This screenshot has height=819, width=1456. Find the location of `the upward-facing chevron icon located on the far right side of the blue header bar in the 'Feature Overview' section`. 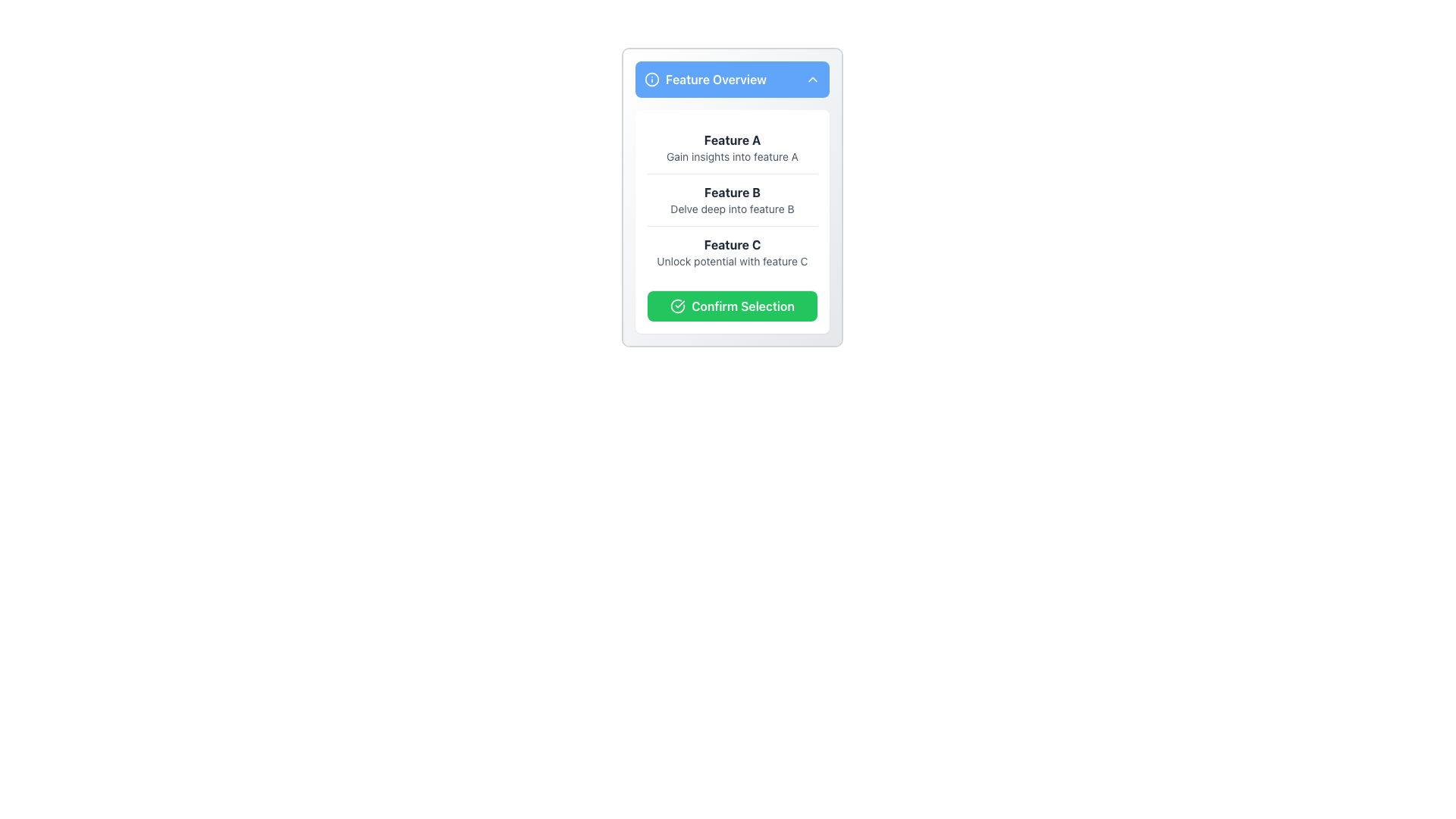

the upward-facing chevron icon located on the far right side of the blue header bar in the 'Feature Overview' section is located at coordinates (811, 79).